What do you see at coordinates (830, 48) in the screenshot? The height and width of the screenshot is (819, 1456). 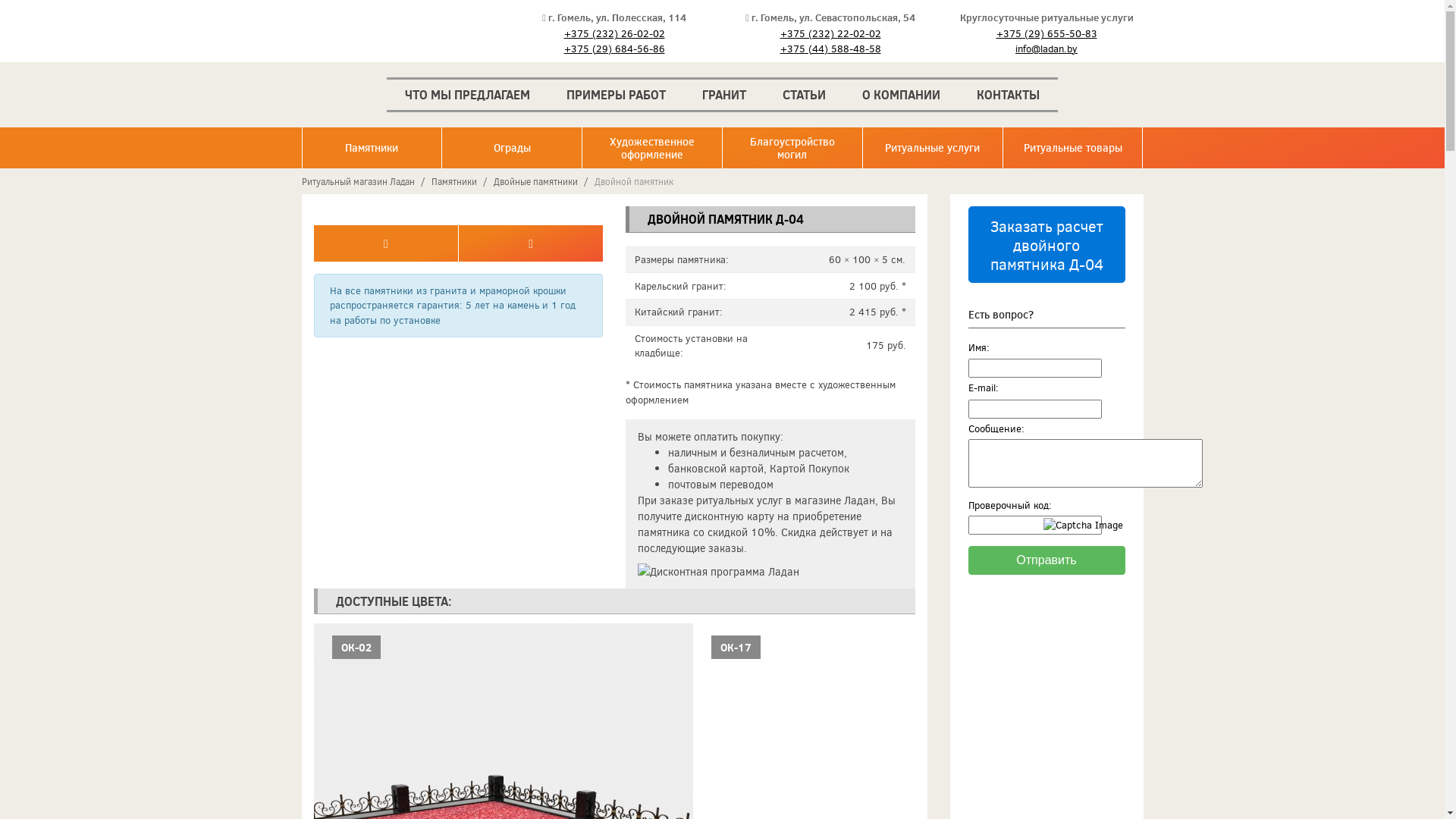 I see `'+375 (44) 588-48-58'` at bounding box center [830, 48].